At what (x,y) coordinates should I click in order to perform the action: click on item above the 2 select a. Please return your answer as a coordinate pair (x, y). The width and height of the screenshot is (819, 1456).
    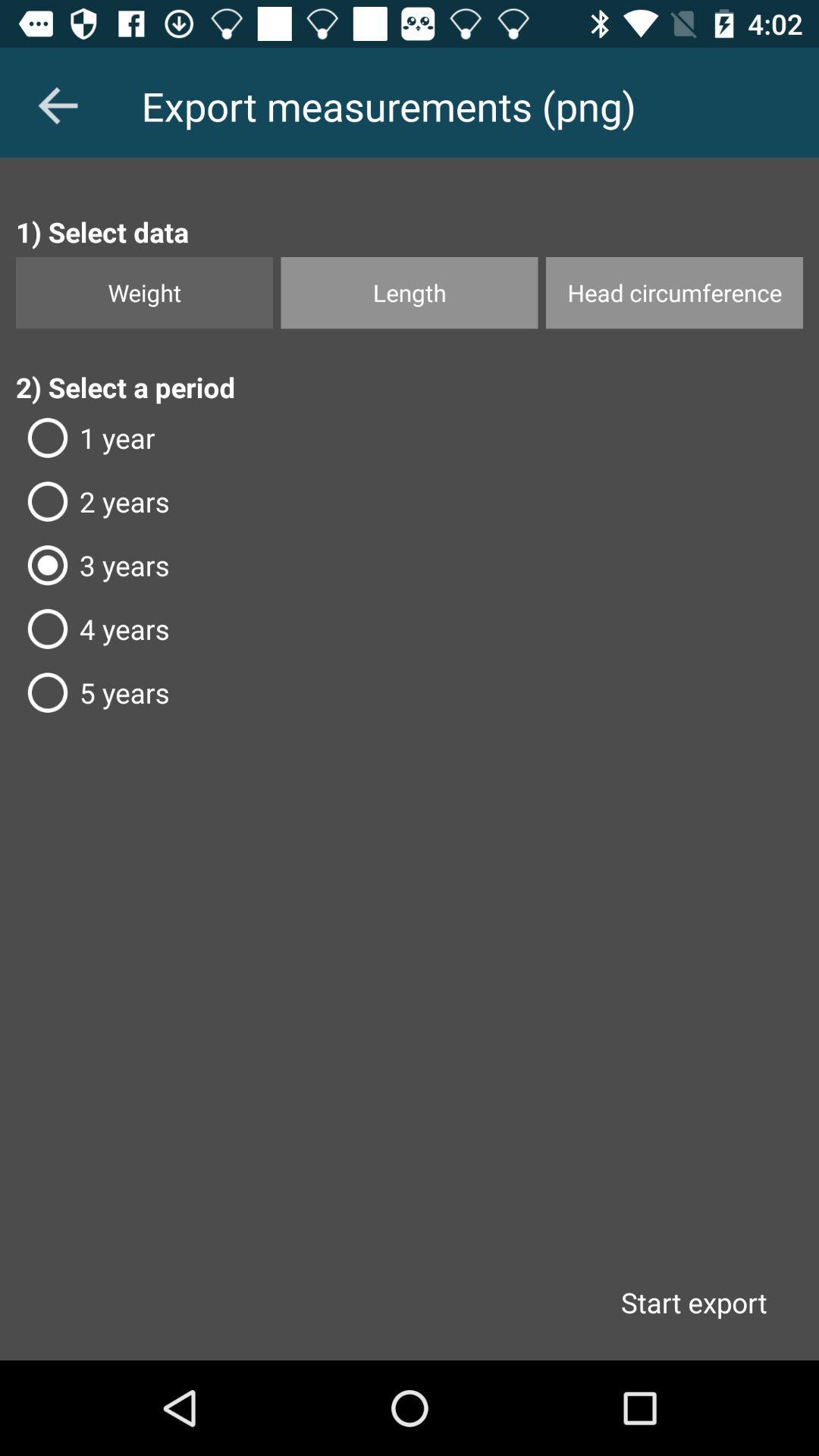
    Looking at the image, I should click on (409, 293).